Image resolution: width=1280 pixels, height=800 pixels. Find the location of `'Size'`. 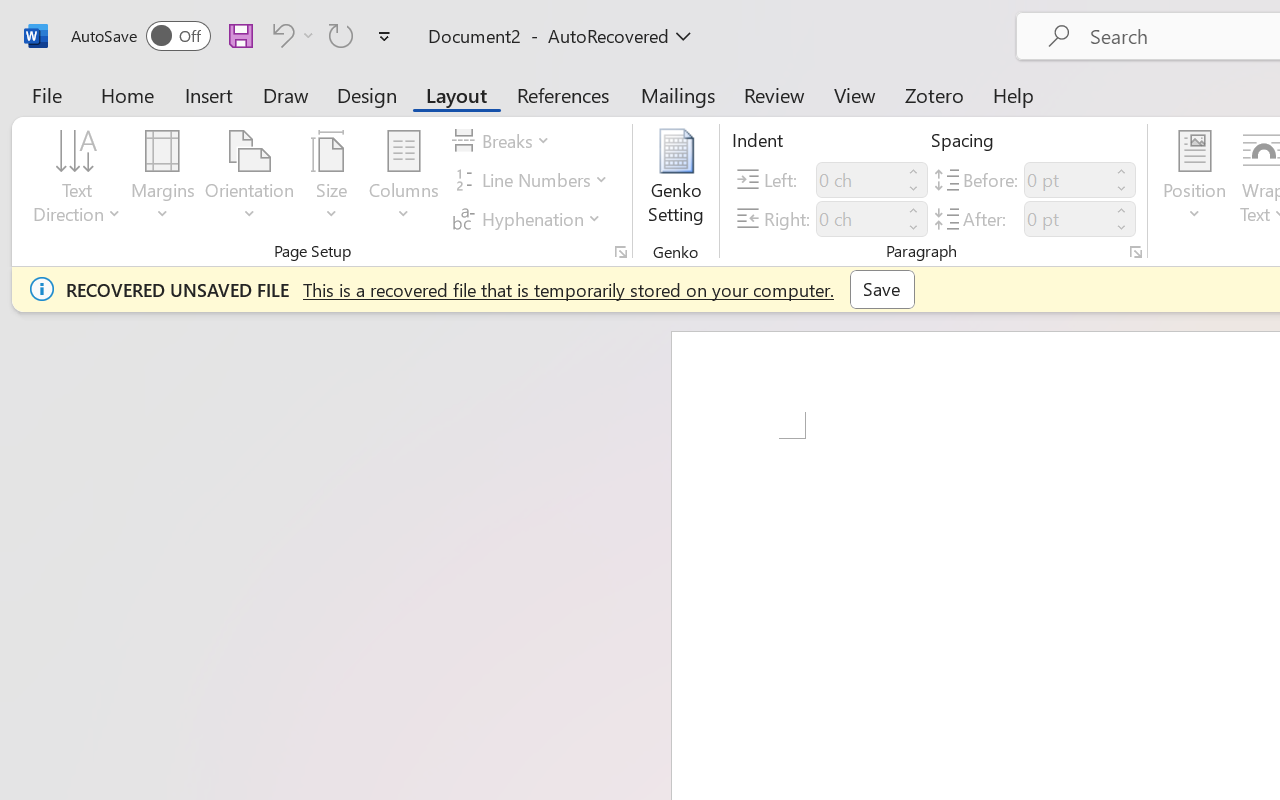

'Size' is located at coordinates (332, 179).